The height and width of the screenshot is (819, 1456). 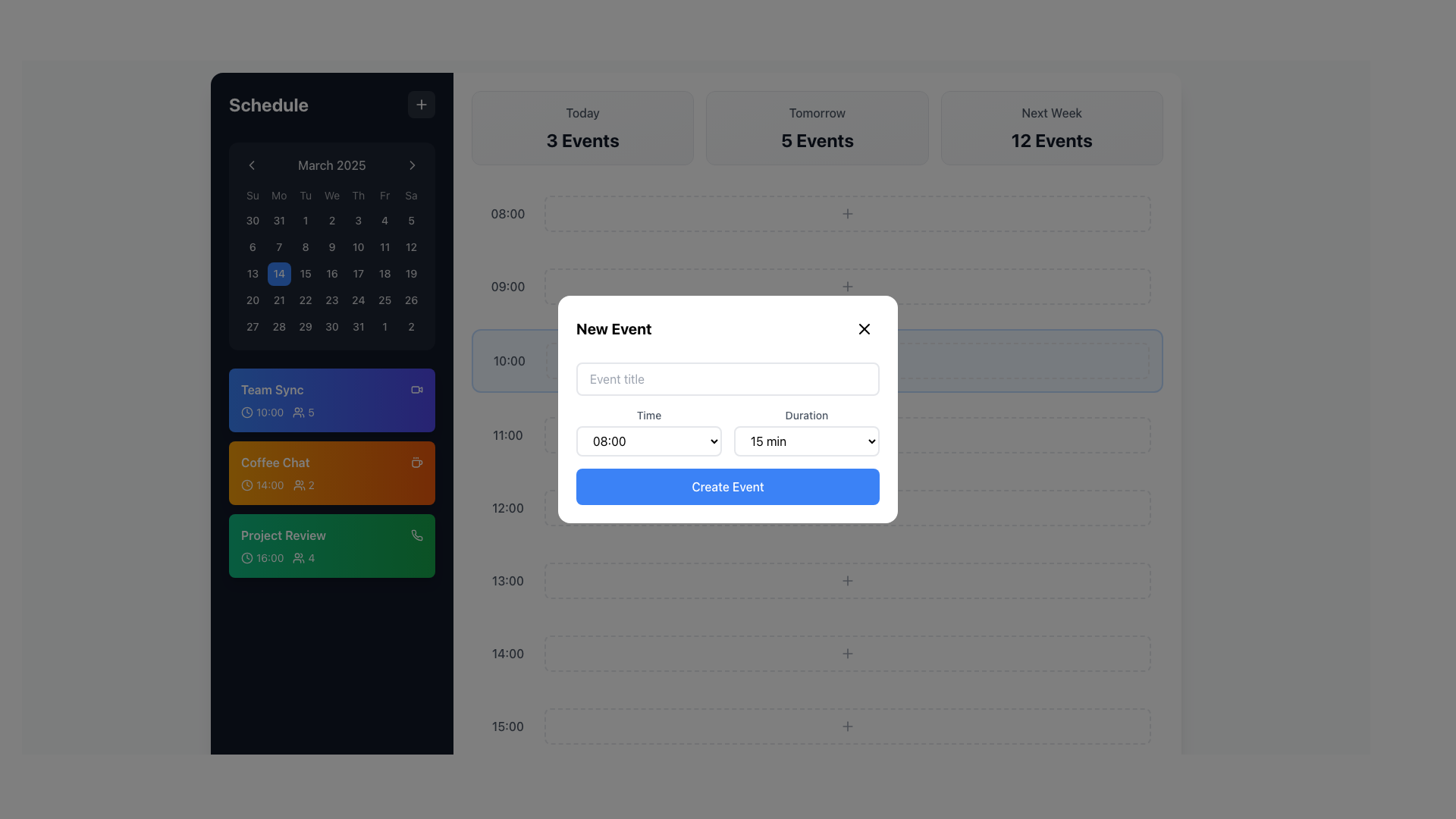 I want to click on the text label displaying the start time of the event 'Project Review', which is located on the left side of a group of aligned elements within a green background section, so click(x=262, y=558).